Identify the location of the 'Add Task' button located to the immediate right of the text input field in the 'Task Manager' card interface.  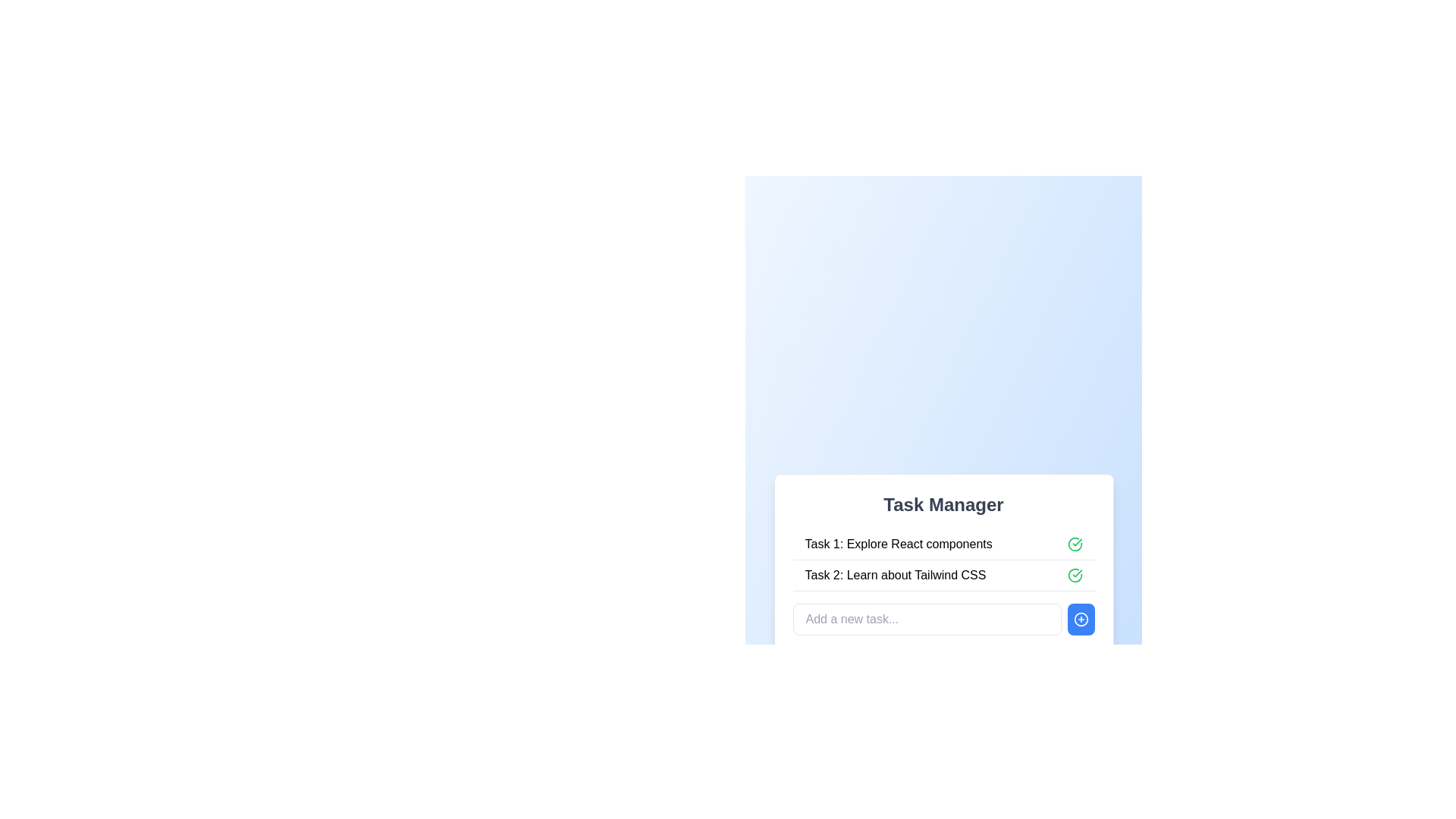
(1080, 620).